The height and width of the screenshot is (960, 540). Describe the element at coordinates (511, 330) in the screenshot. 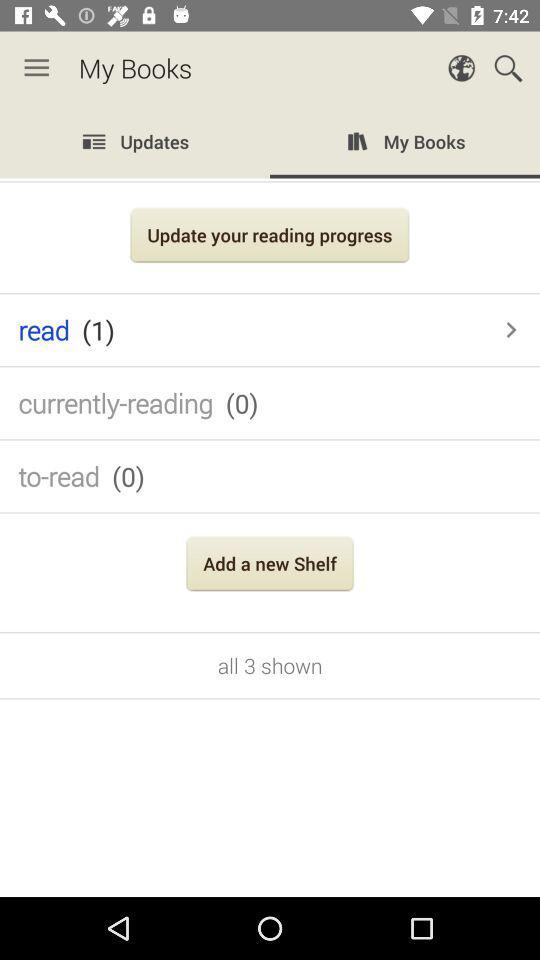

I see `the item on the right` at that location.